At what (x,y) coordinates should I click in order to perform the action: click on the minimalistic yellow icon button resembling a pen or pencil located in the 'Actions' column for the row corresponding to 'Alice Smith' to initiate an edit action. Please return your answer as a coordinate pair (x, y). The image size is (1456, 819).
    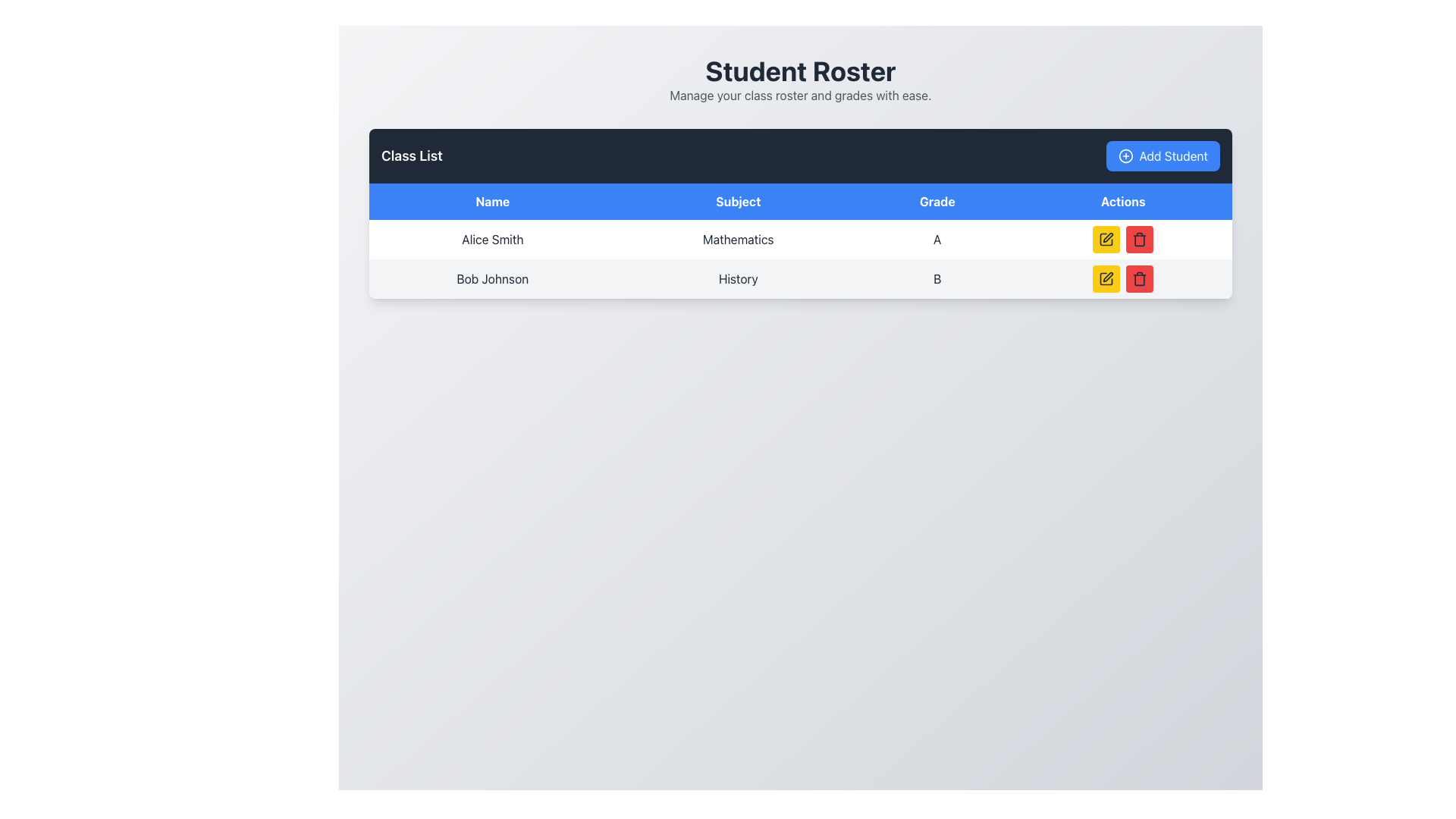
    Looking at the image, I should click on (1108, 237).